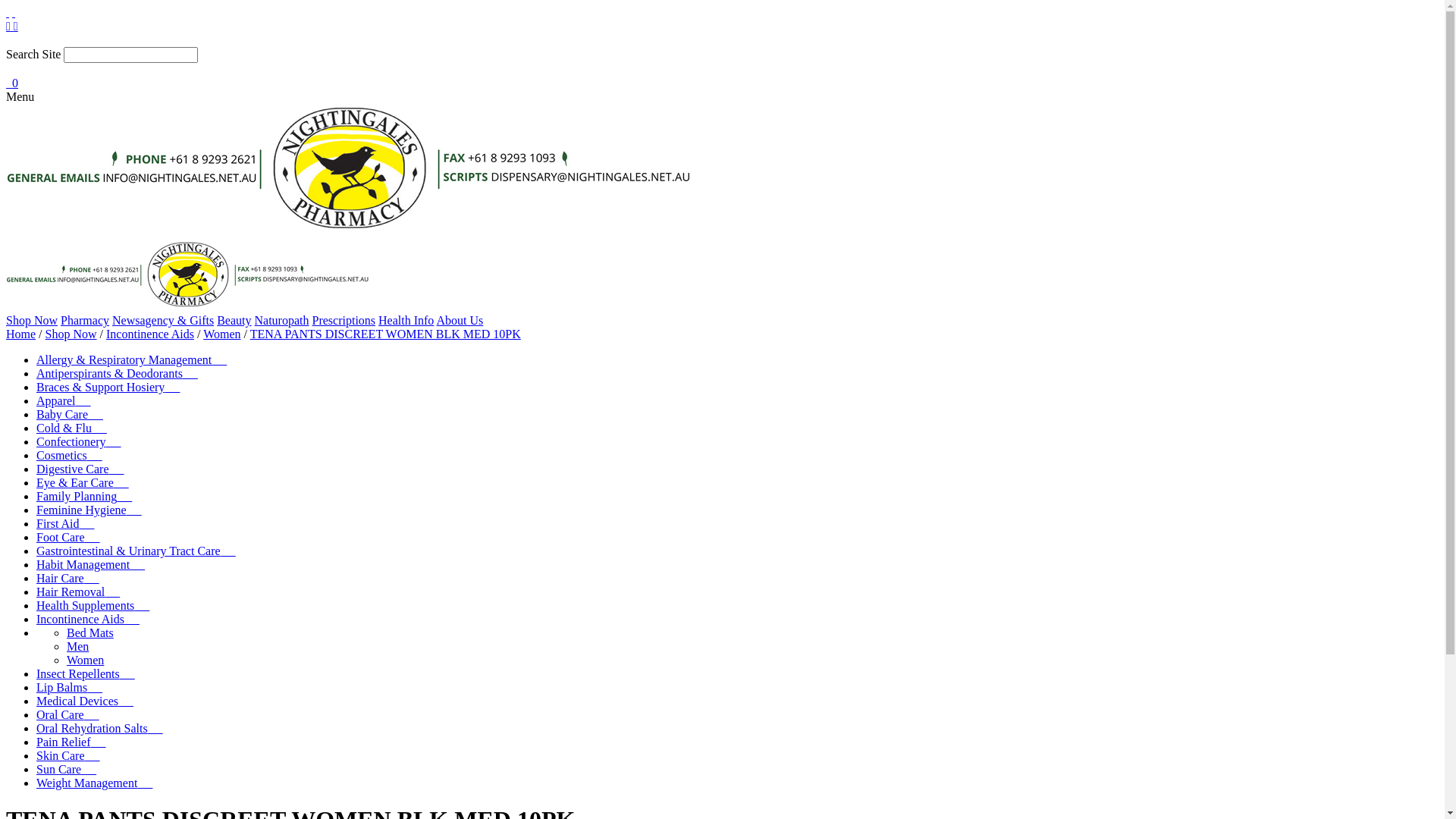 The image size is (1456, 819). Describe the element at coordinates (68, 414) in the screenshot. I see `'Baby Care     '` at that location.